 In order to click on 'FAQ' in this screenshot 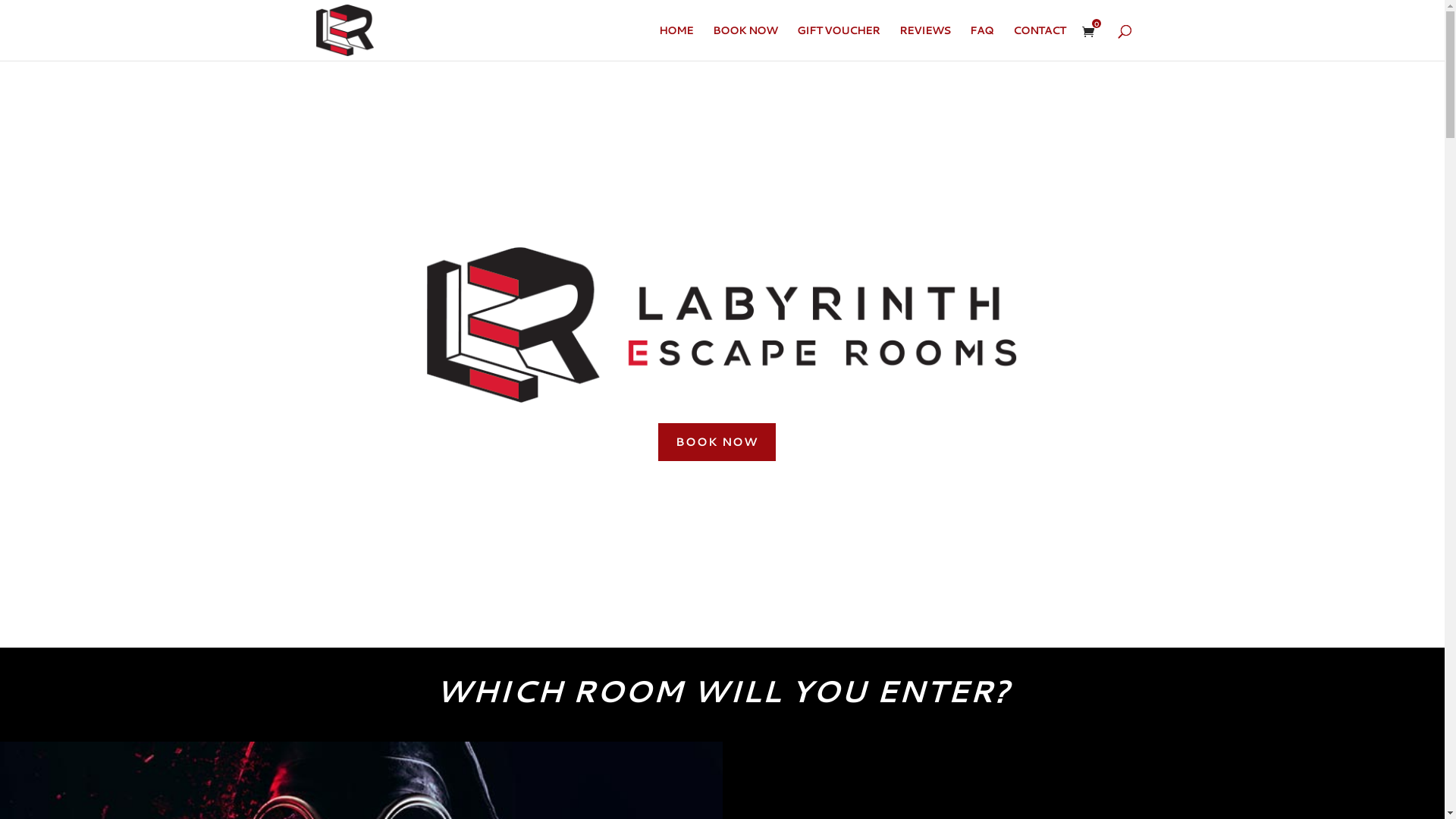, I will do `click(981, 42)`.